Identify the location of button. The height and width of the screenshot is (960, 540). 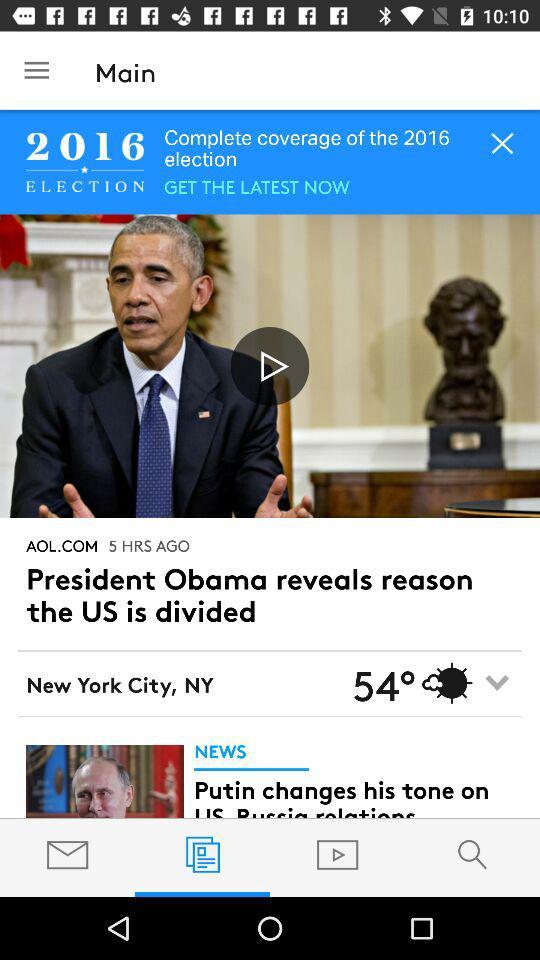
(270, 365).